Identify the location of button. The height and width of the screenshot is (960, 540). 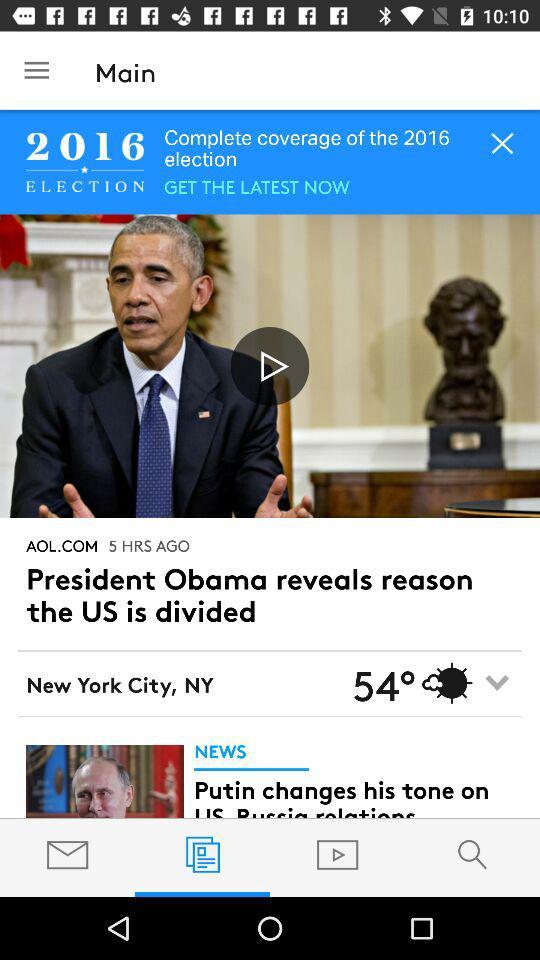
(270, 365).